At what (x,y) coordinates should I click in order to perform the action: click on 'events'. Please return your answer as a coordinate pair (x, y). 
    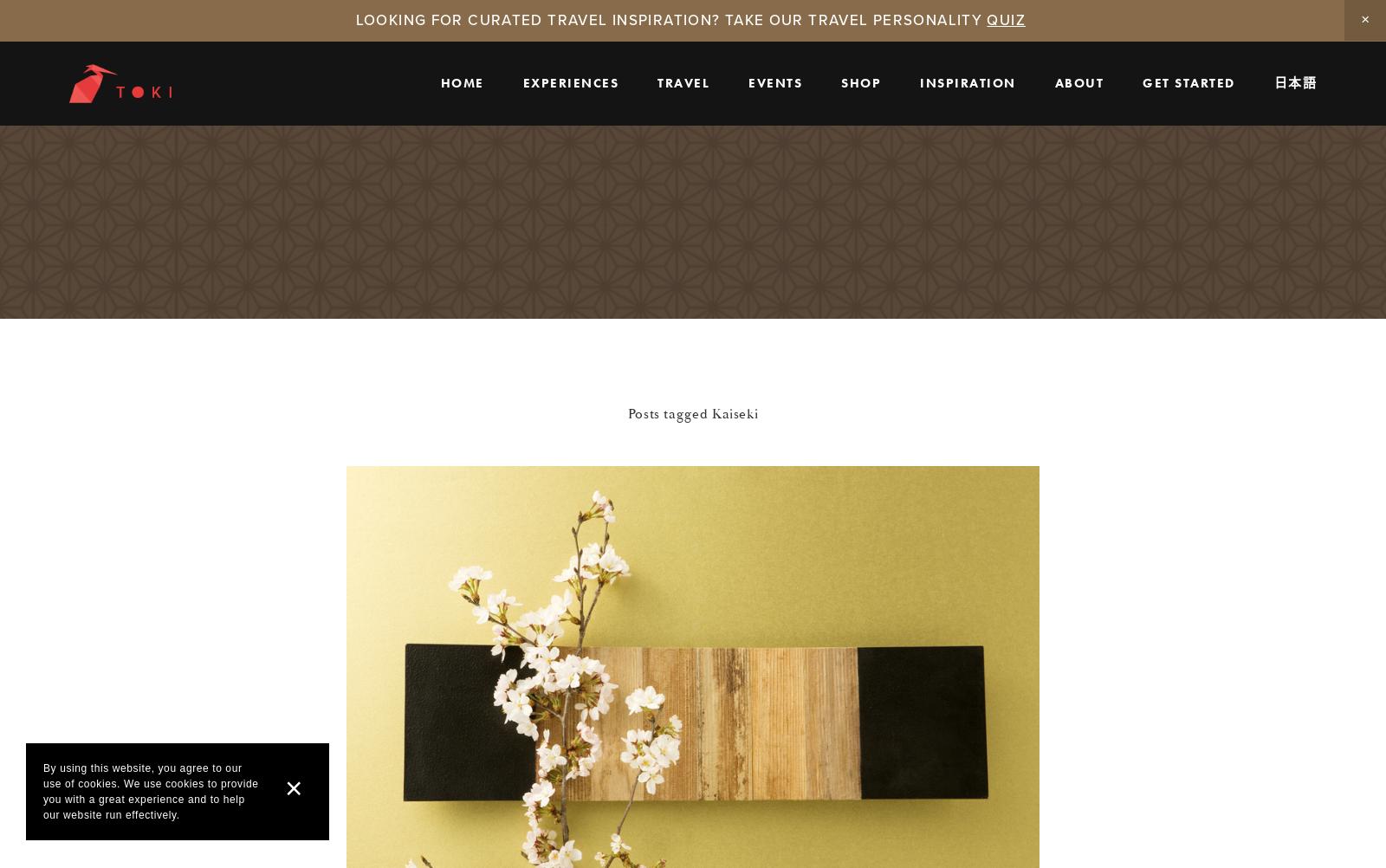
    Looking at the image, I should click on (774, 81).